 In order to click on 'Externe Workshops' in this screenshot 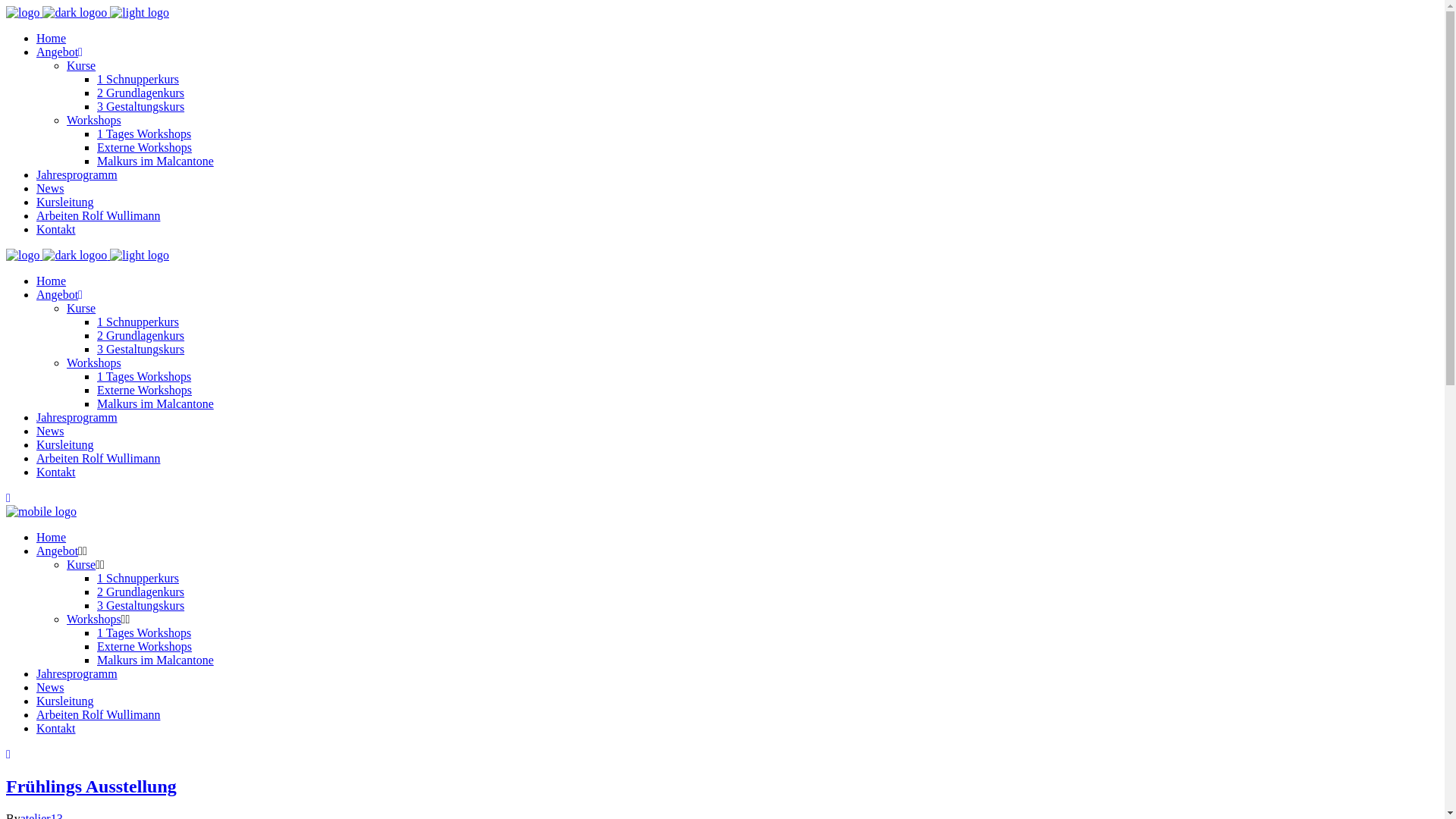, I will do `click(96, 389)`.